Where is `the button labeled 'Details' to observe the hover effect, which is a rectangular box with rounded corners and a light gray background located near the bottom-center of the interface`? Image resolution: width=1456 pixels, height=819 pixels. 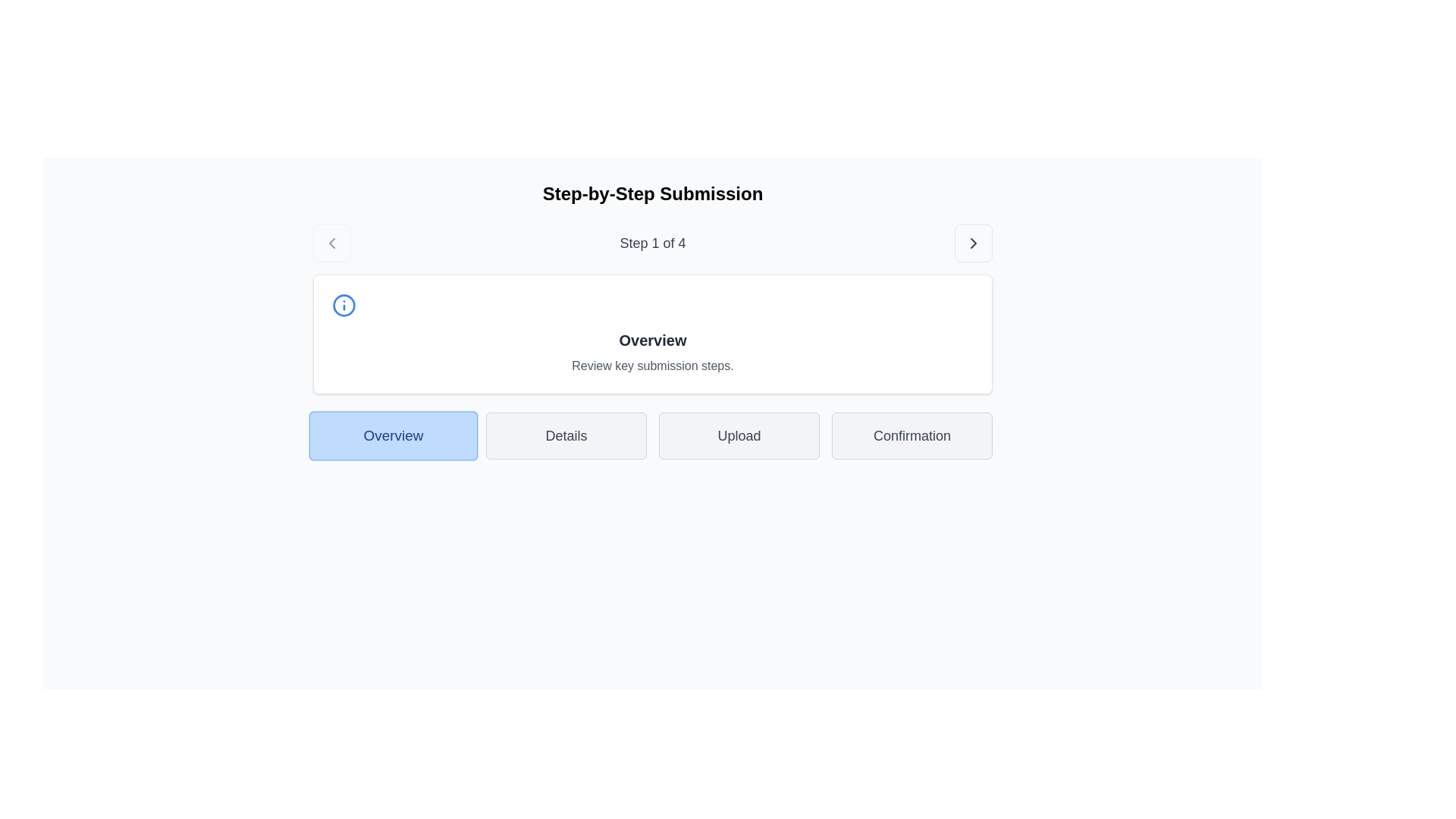
the button labeled 'Details' to observe the hover effect, which is a rectangular box with rounded corners and a light gray background located near the bottom-center of the interface is located at coordinates (566, 435).